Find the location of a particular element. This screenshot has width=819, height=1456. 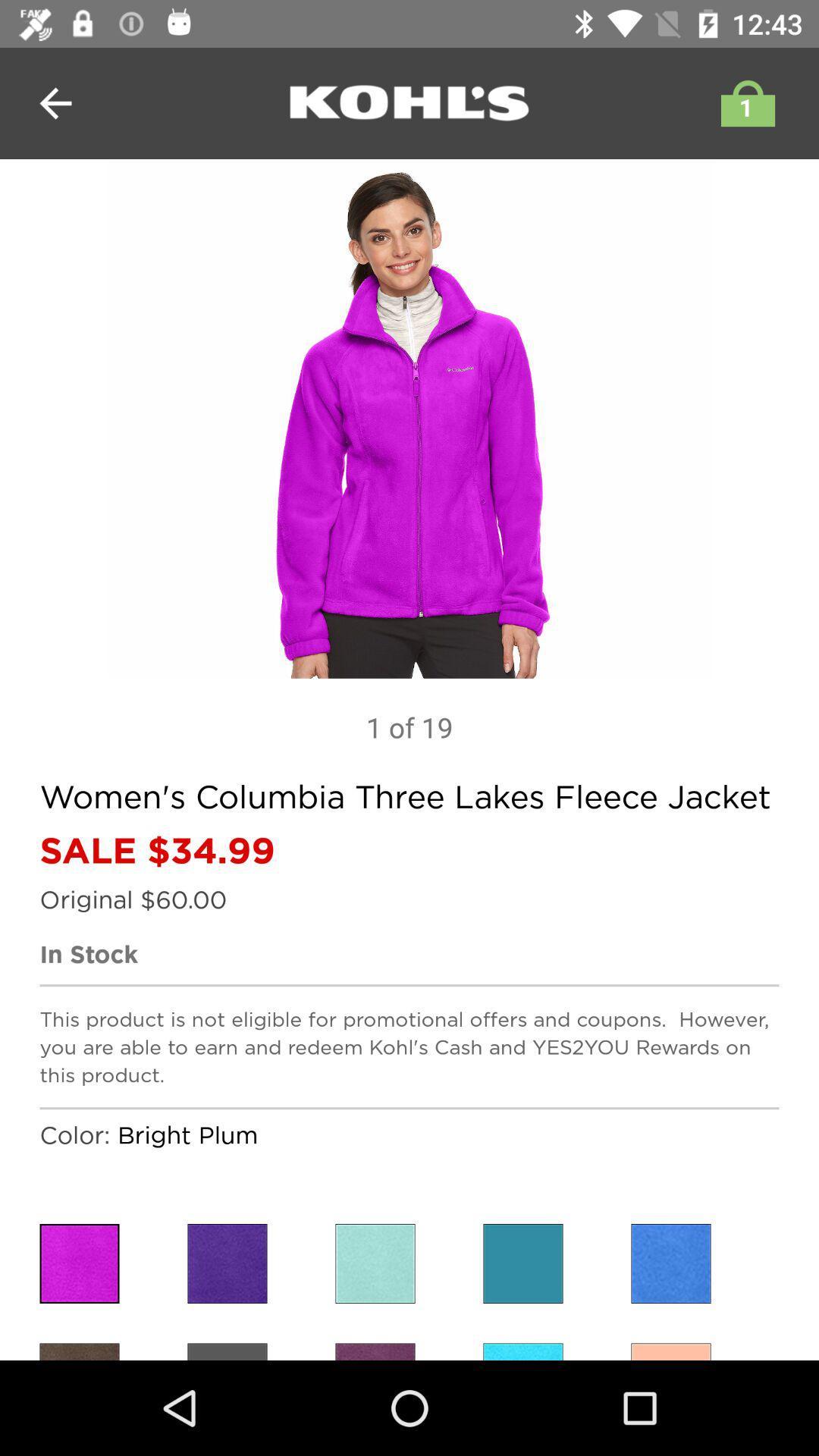

color is located at coordinates (670, 1263).